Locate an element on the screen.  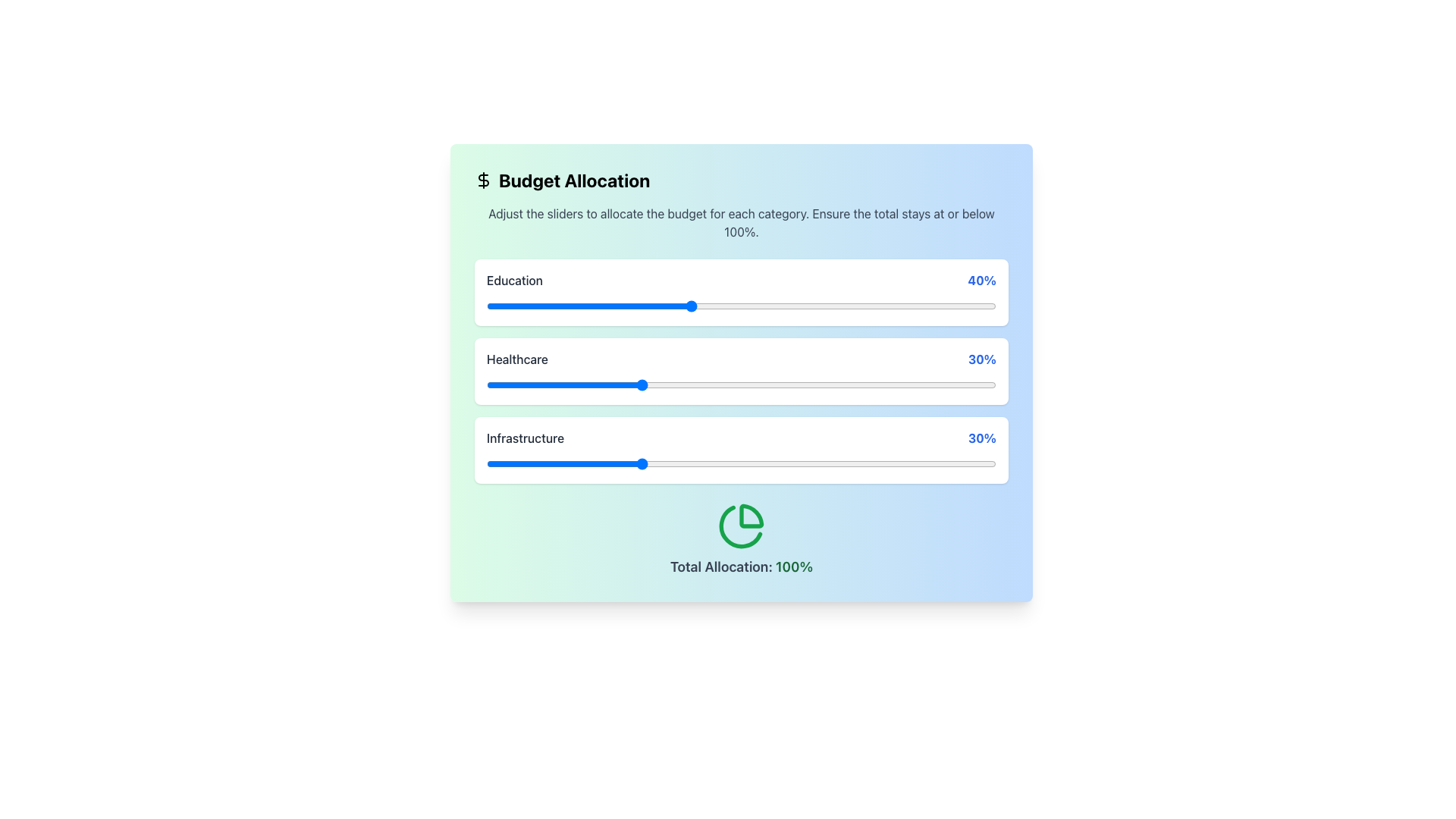
the Education allocation slider is located at coordinates (874, 306).